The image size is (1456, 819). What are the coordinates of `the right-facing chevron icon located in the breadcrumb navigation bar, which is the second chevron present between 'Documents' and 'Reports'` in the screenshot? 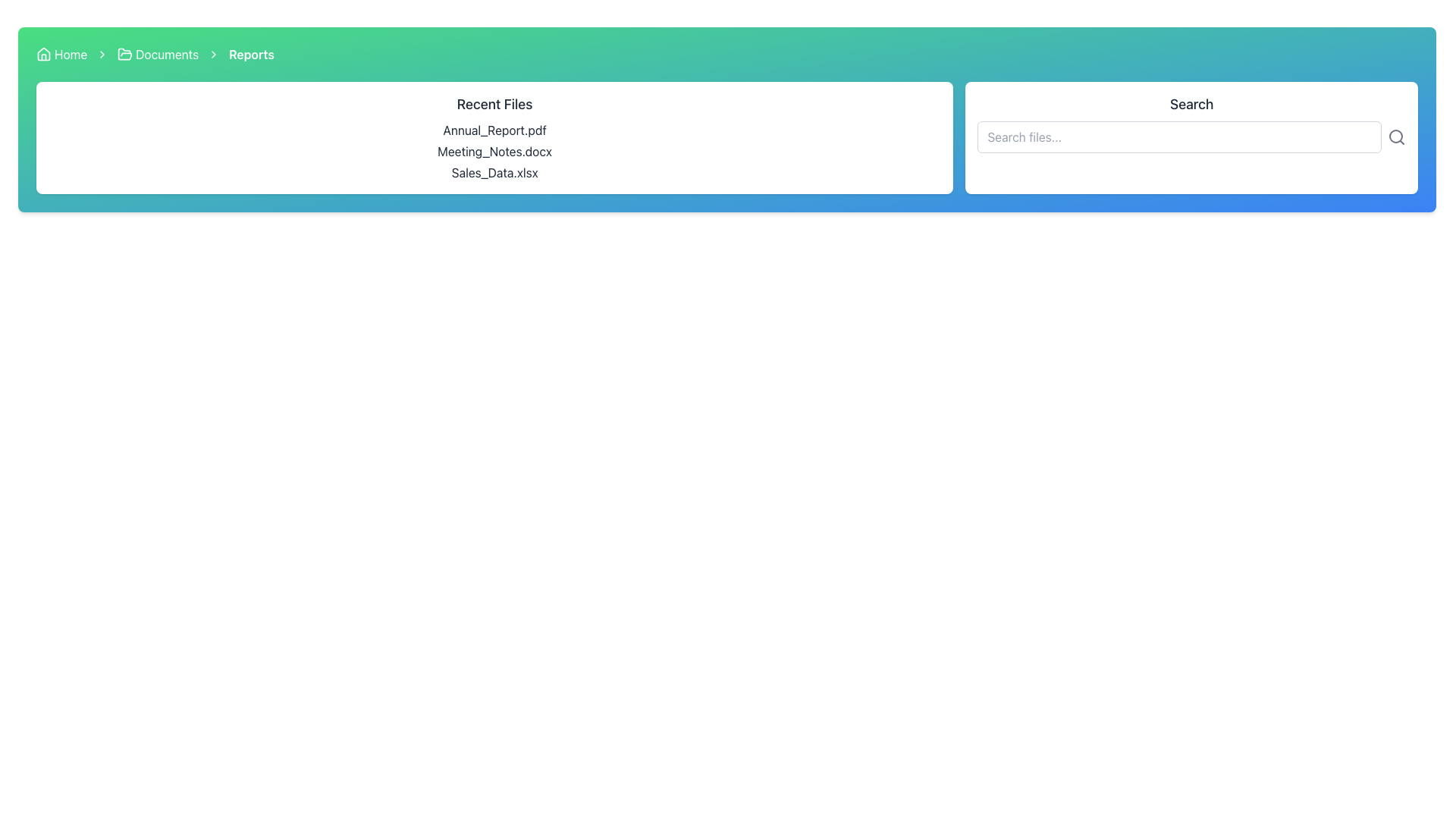 It's located at (102, 54).